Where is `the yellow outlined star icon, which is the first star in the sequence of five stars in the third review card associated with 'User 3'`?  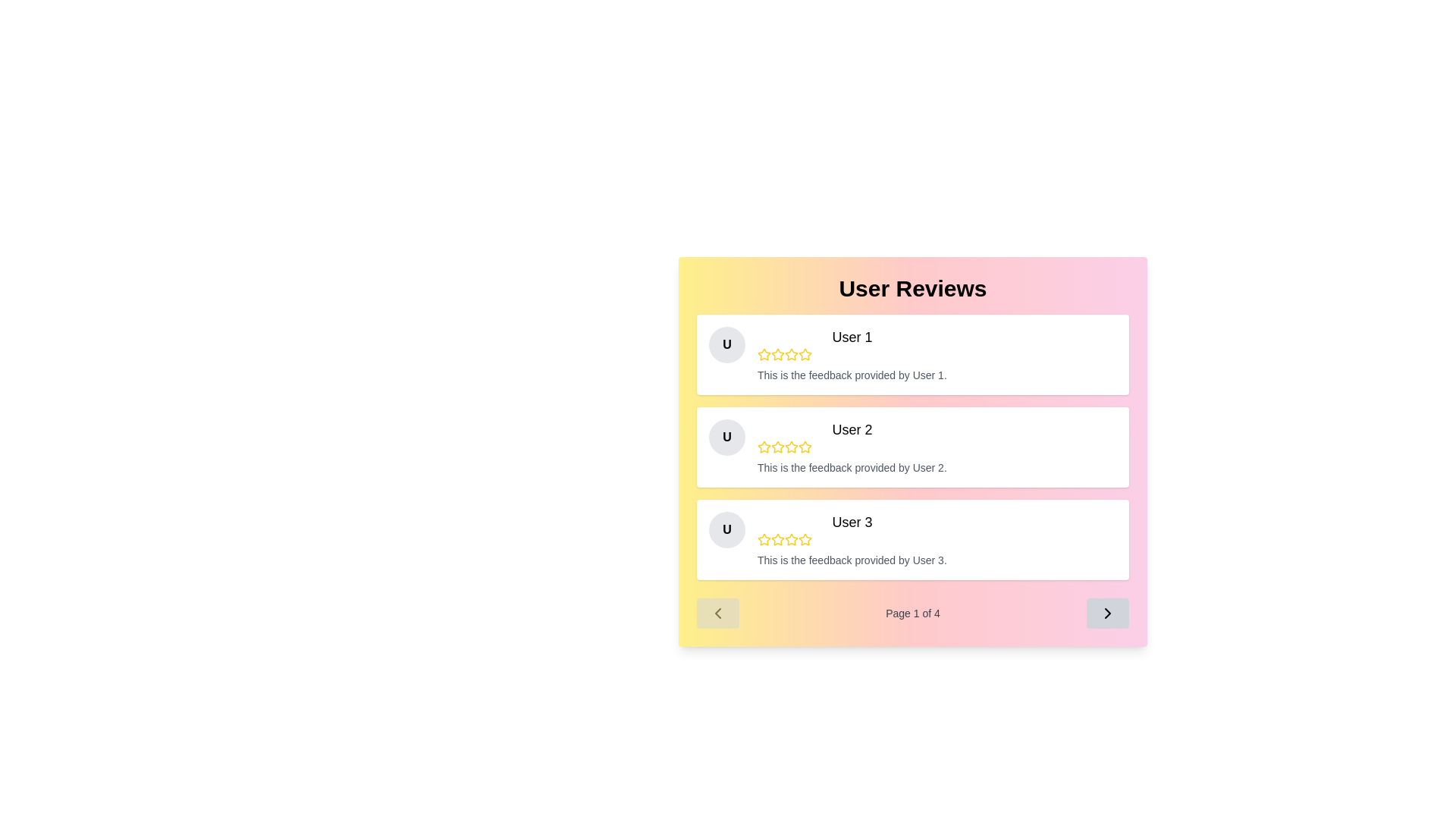 the yellow outlined star icon, which is the first star in the sequence of five stars in the third review card associated with 'User 3' is located at coordinates (764, 539).